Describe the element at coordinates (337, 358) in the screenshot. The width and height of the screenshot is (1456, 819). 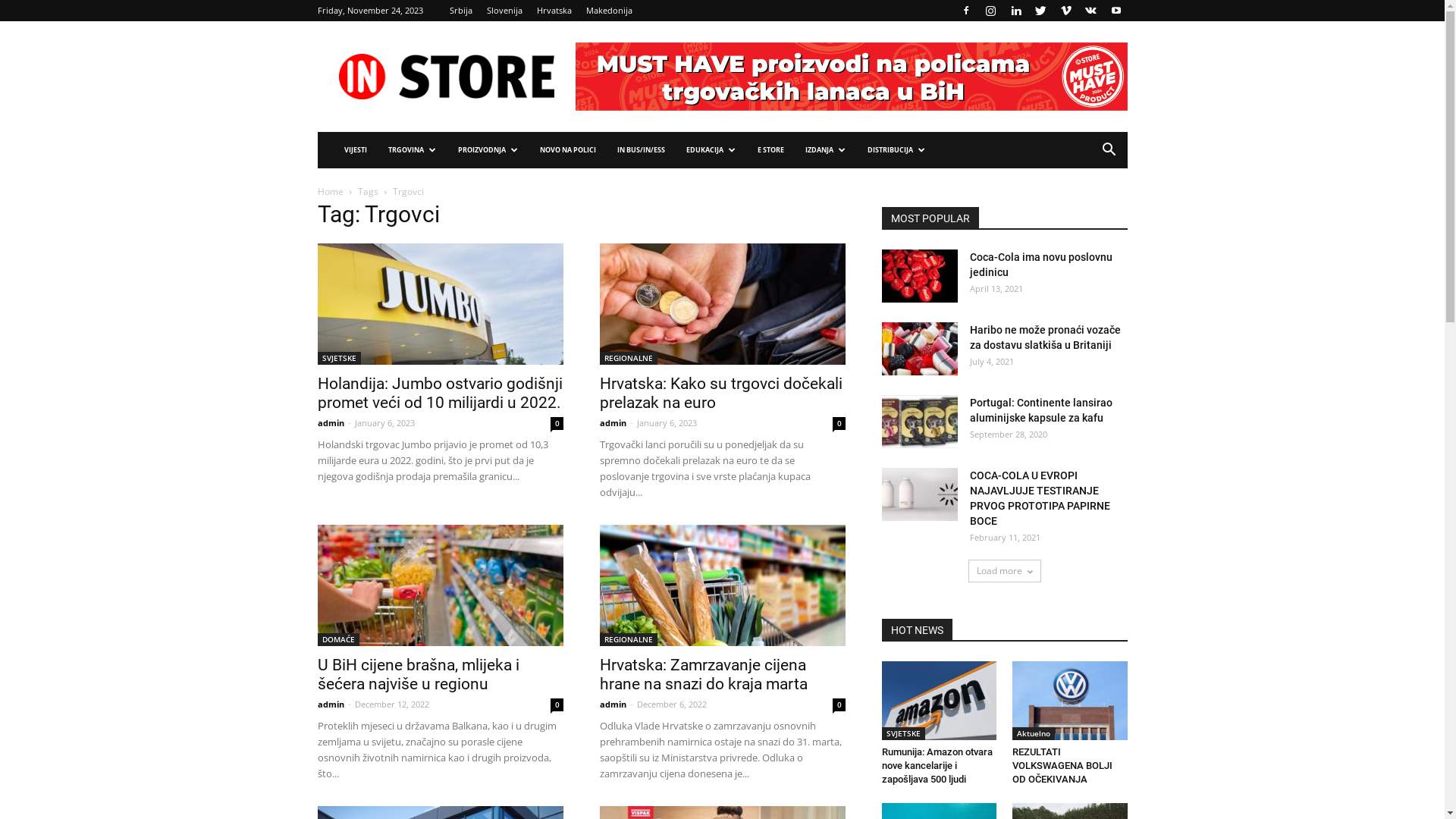
I see `'SVJETSKE'` at that location.